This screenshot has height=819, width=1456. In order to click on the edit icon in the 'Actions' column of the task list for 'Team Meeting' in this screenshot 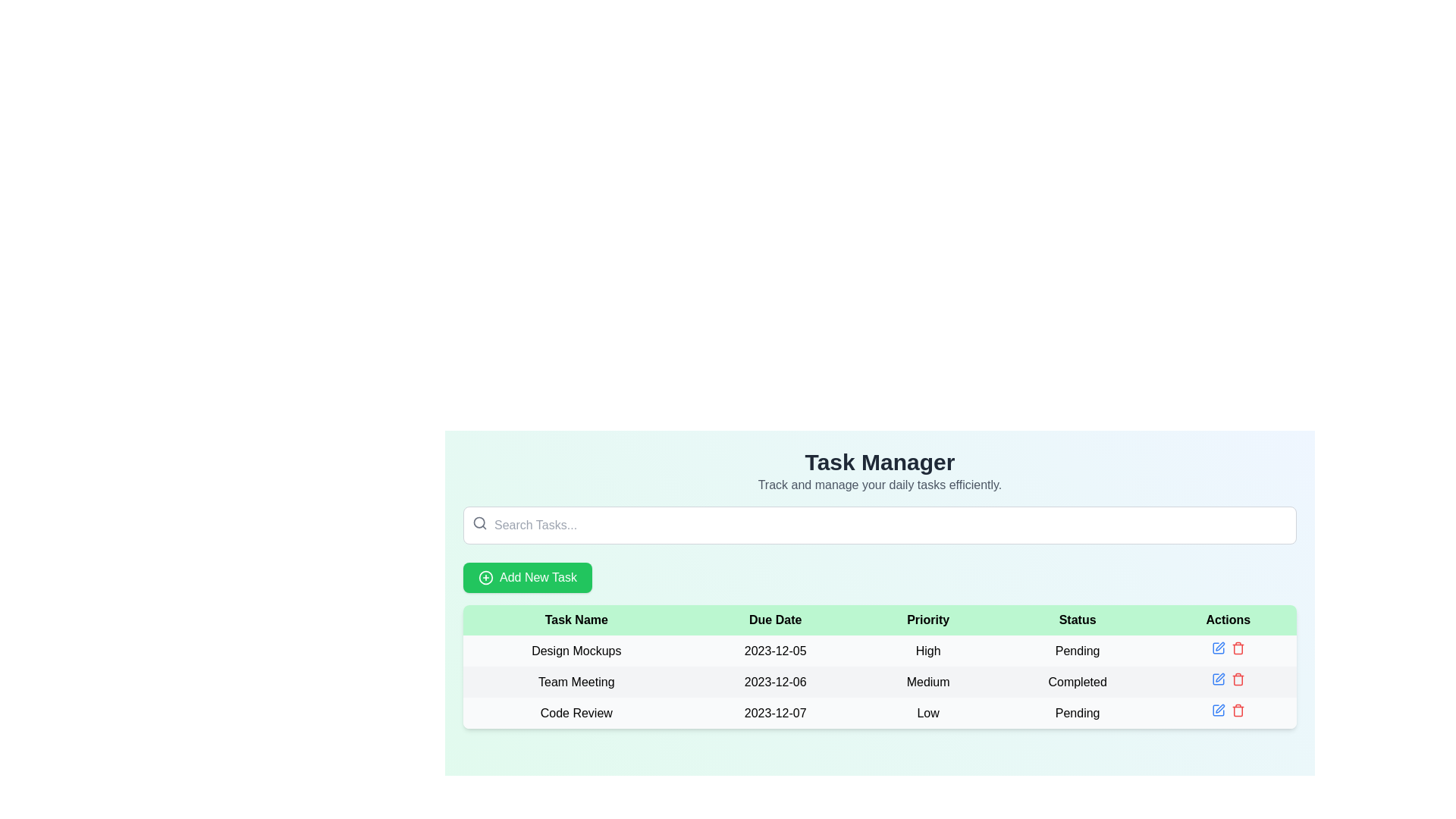, I will do `click(1218, 678)`.